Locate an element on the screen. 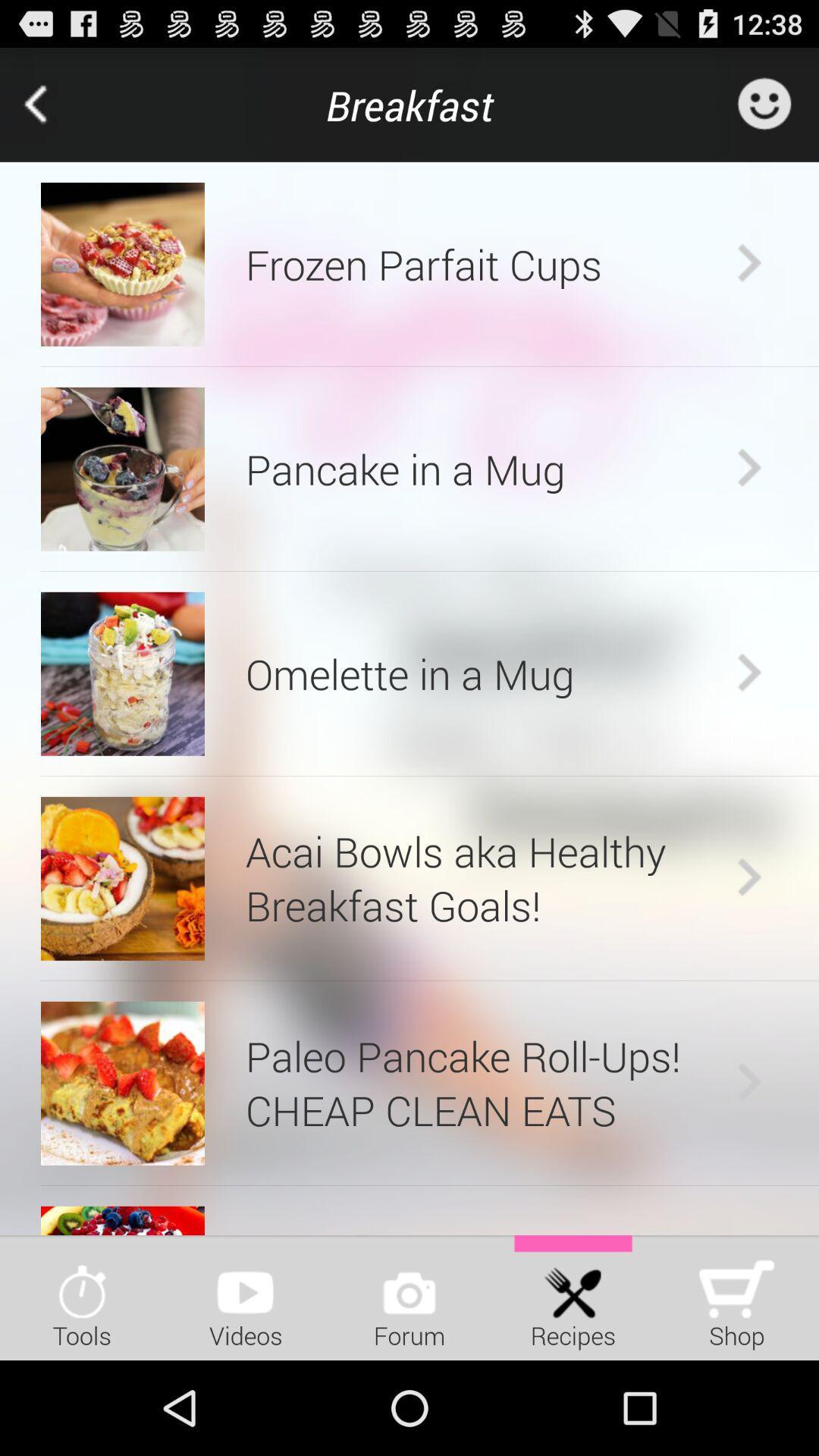  icon to the right of the paleo pancake roll item is located at coordinates (748, 1082).